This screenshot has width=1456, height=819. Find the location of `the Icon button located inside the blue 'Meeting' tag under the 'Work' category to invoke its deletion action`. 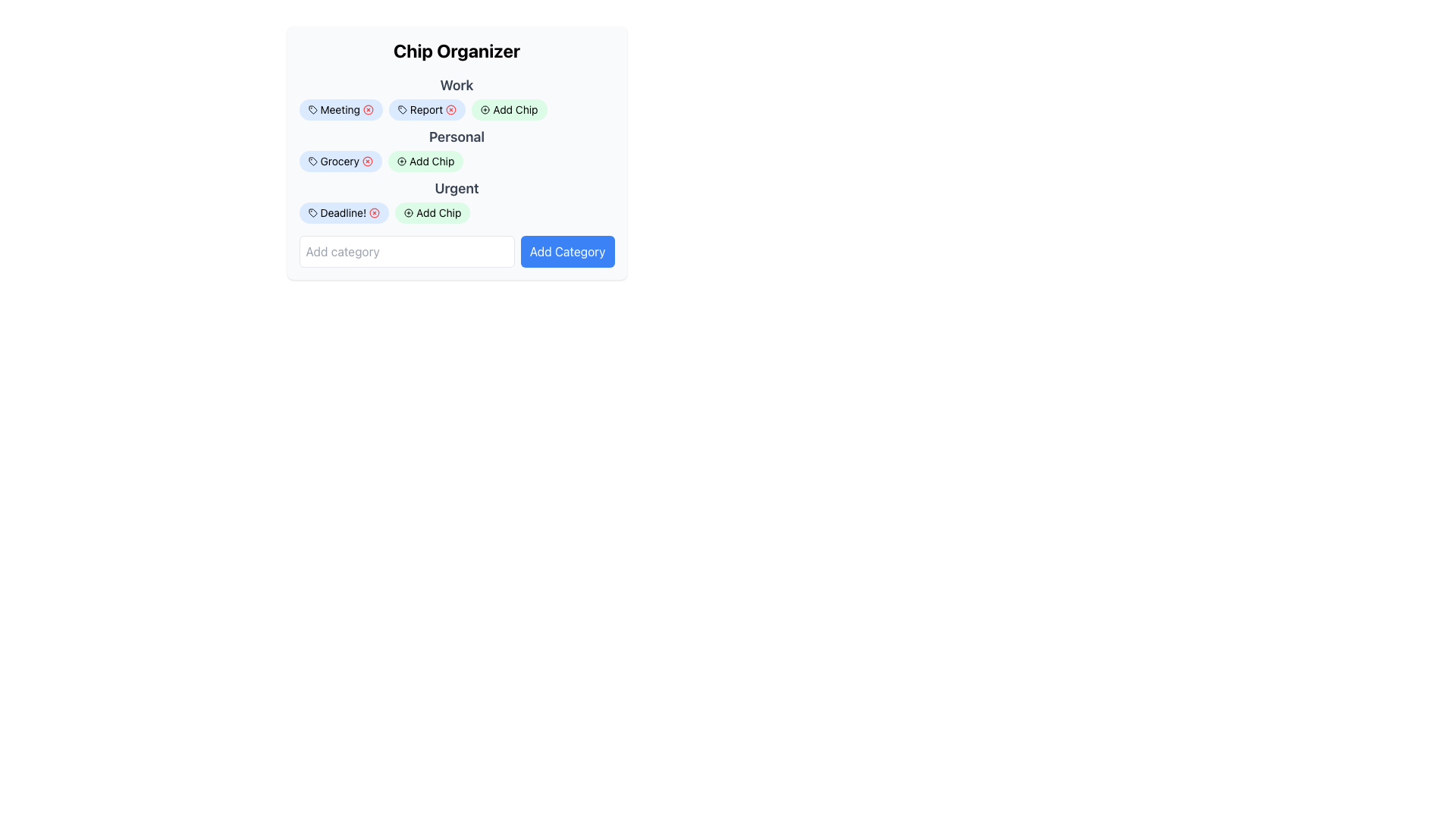

the Icon button located inside the blue 'Meeting' tag under the 'Work' category to invoke its deletion action is located at coordinates (368, 109).